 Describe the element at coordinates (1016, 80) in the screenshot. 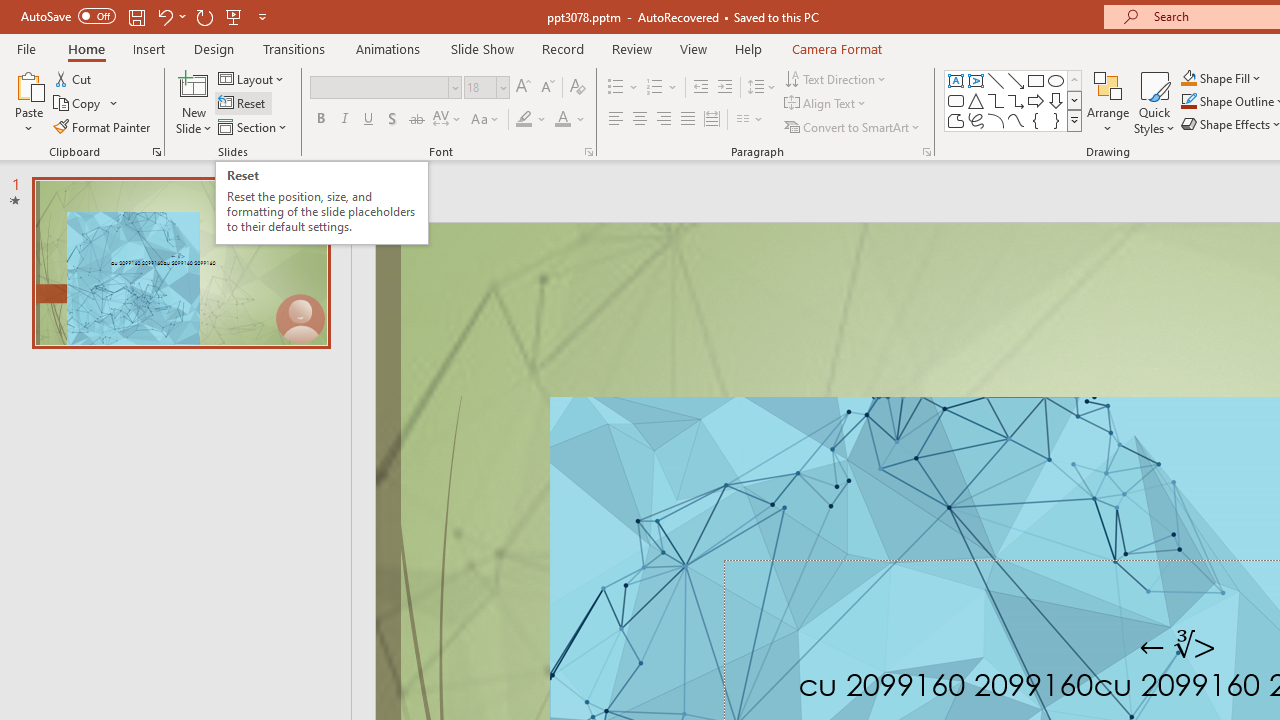

I see `'Line Arrow'` at that location.